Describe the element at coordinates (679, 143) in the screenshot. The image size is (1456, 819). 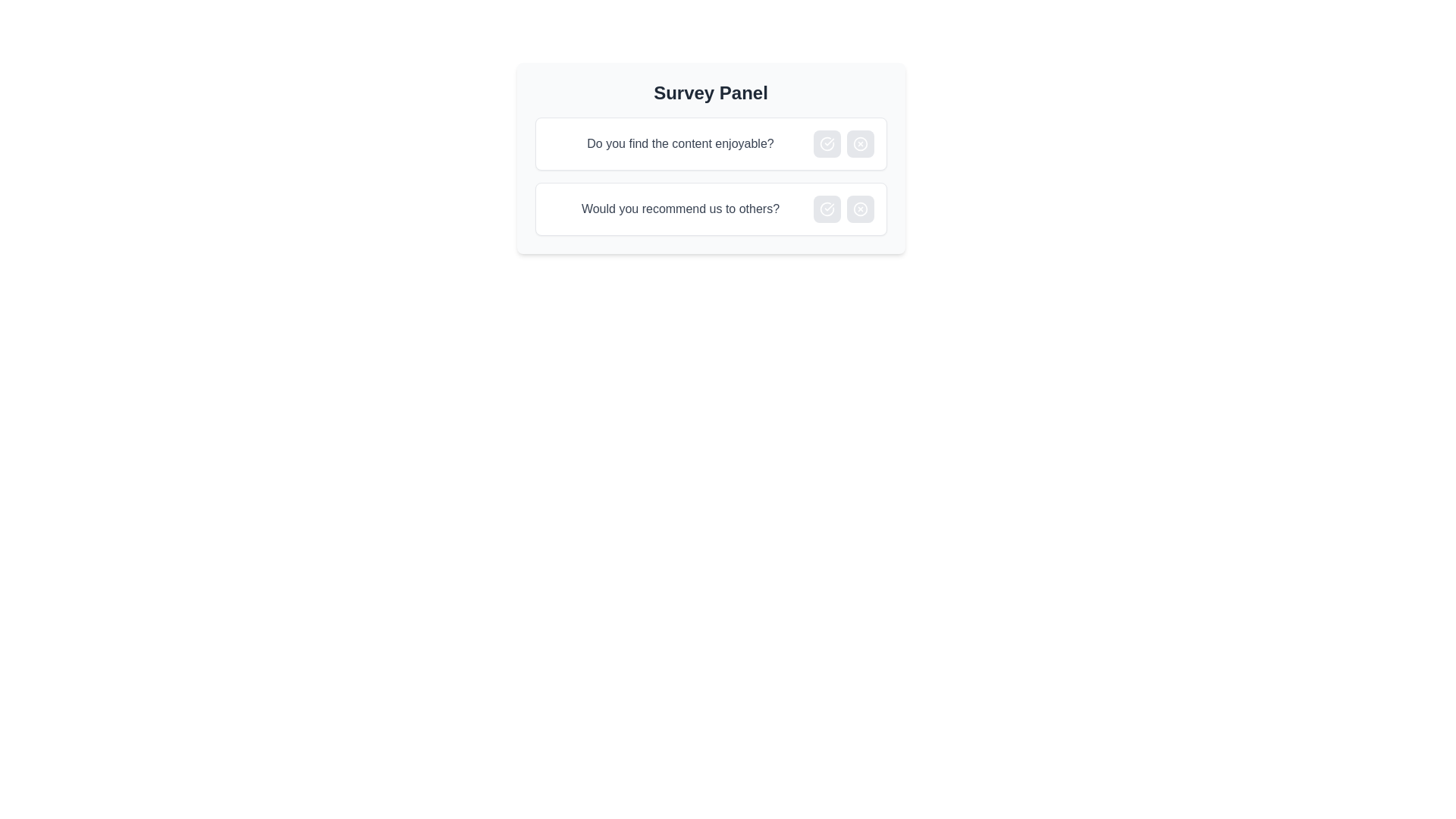
I see `static text prompt that asks 'Do you find the content enjoyable?' which is centered at the top of the survey section` at that location.